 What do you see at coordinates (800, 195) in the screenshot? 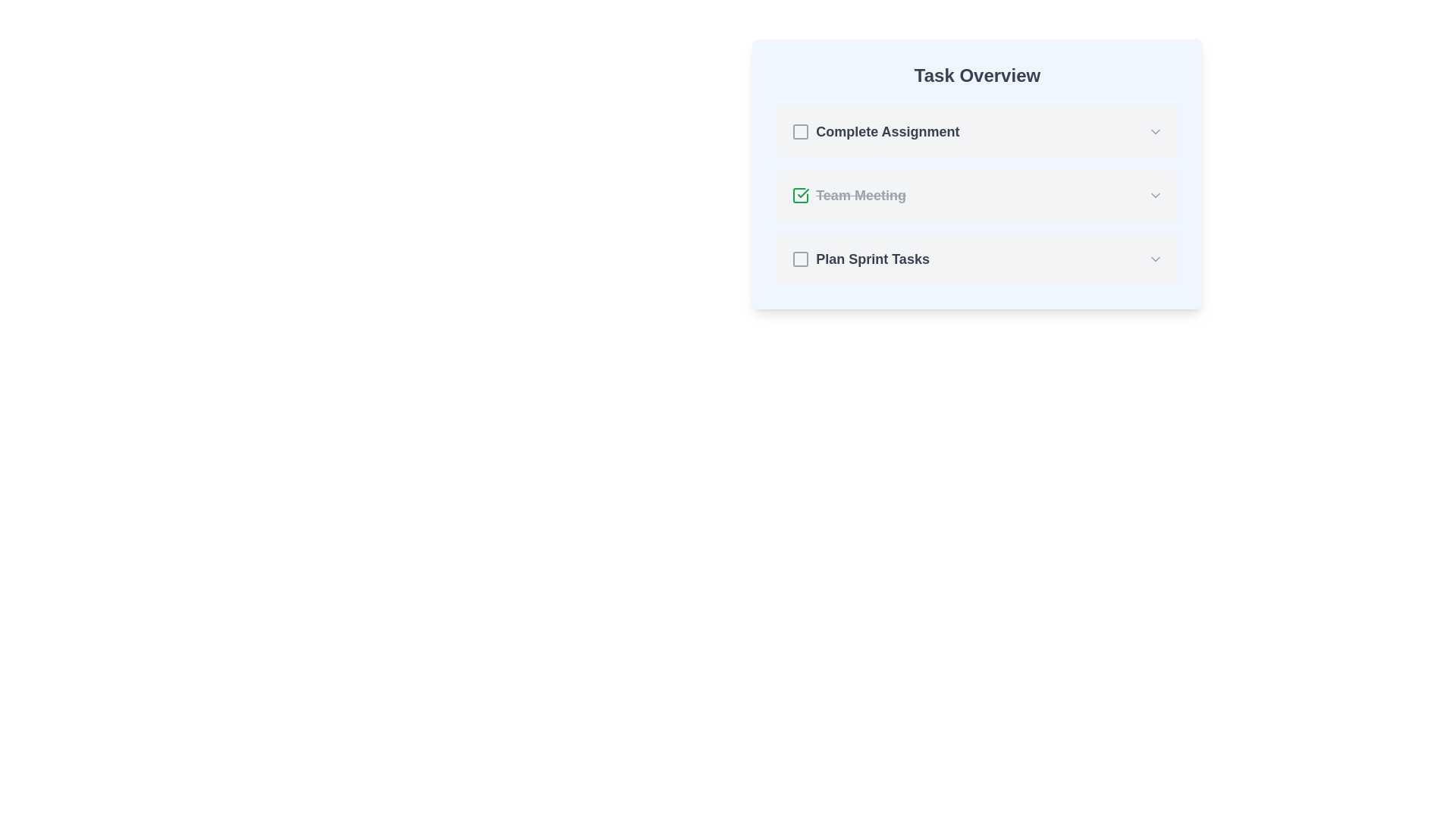
I see `the checkmark icon within a rounded square that indicates task completion for the 'Team Meeting' item in the task overview` at bounding box center [800, 195].